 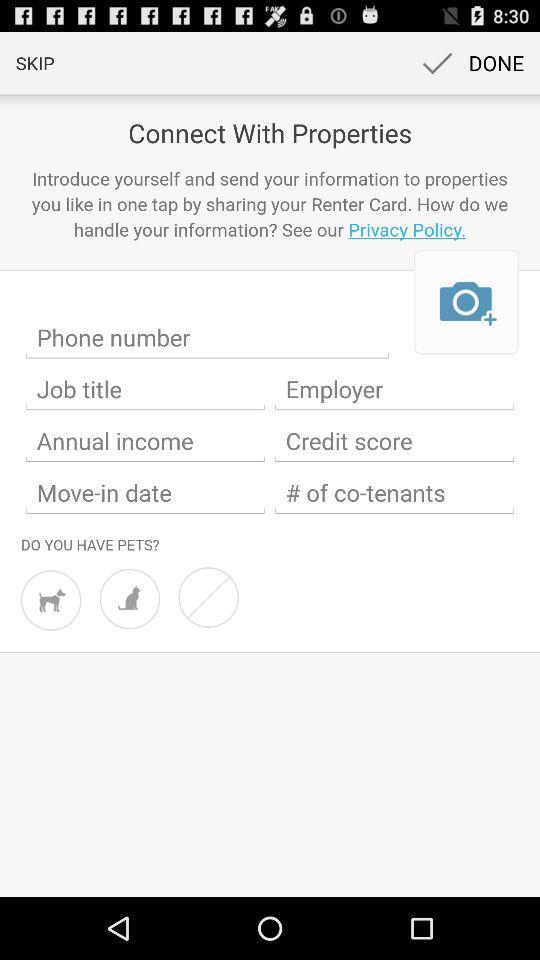 I want to click on photo, so click(x=466, y=302).